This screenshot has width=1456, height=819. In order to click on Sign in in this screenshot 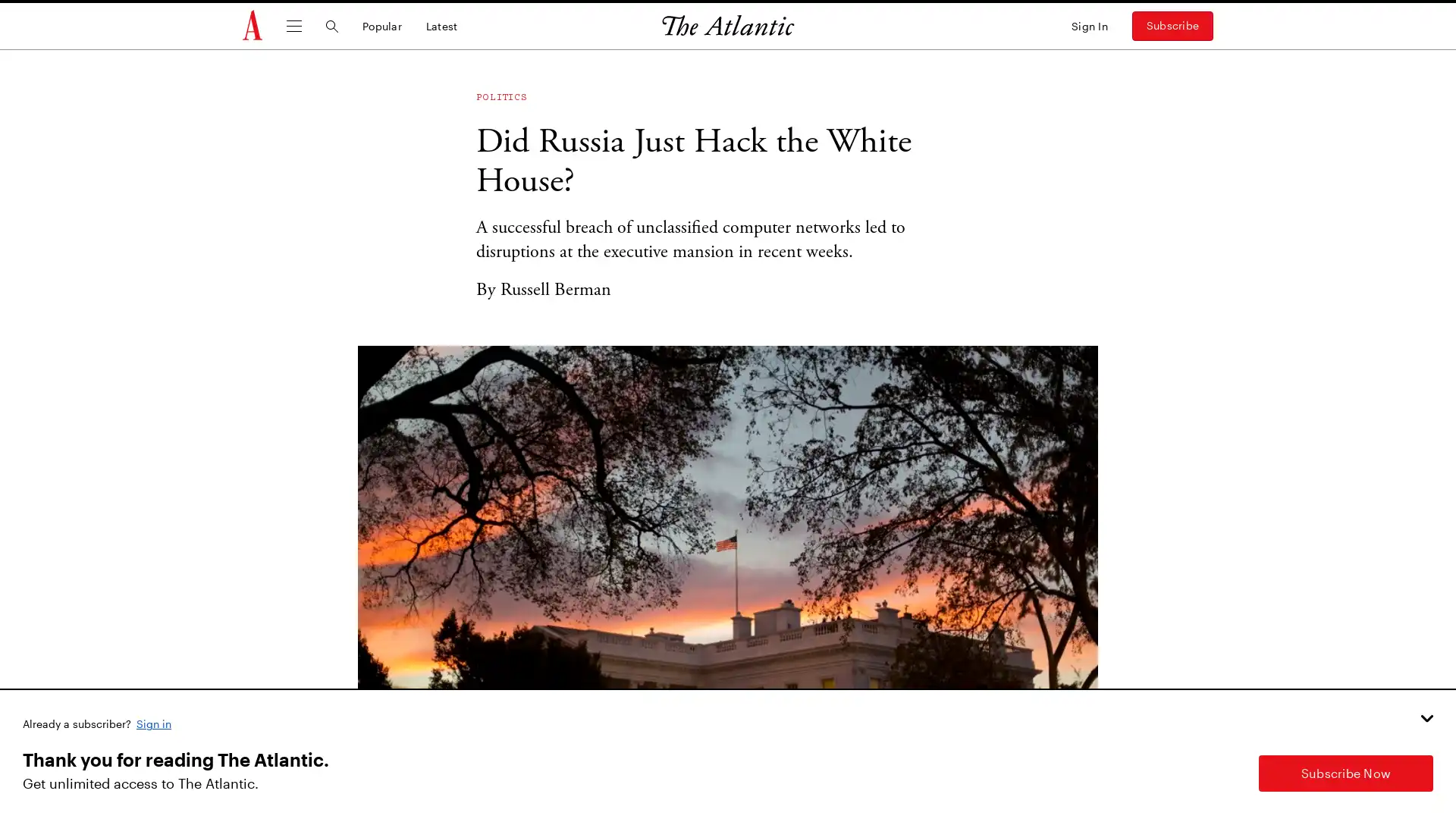, I will do `click(155, 722)`.